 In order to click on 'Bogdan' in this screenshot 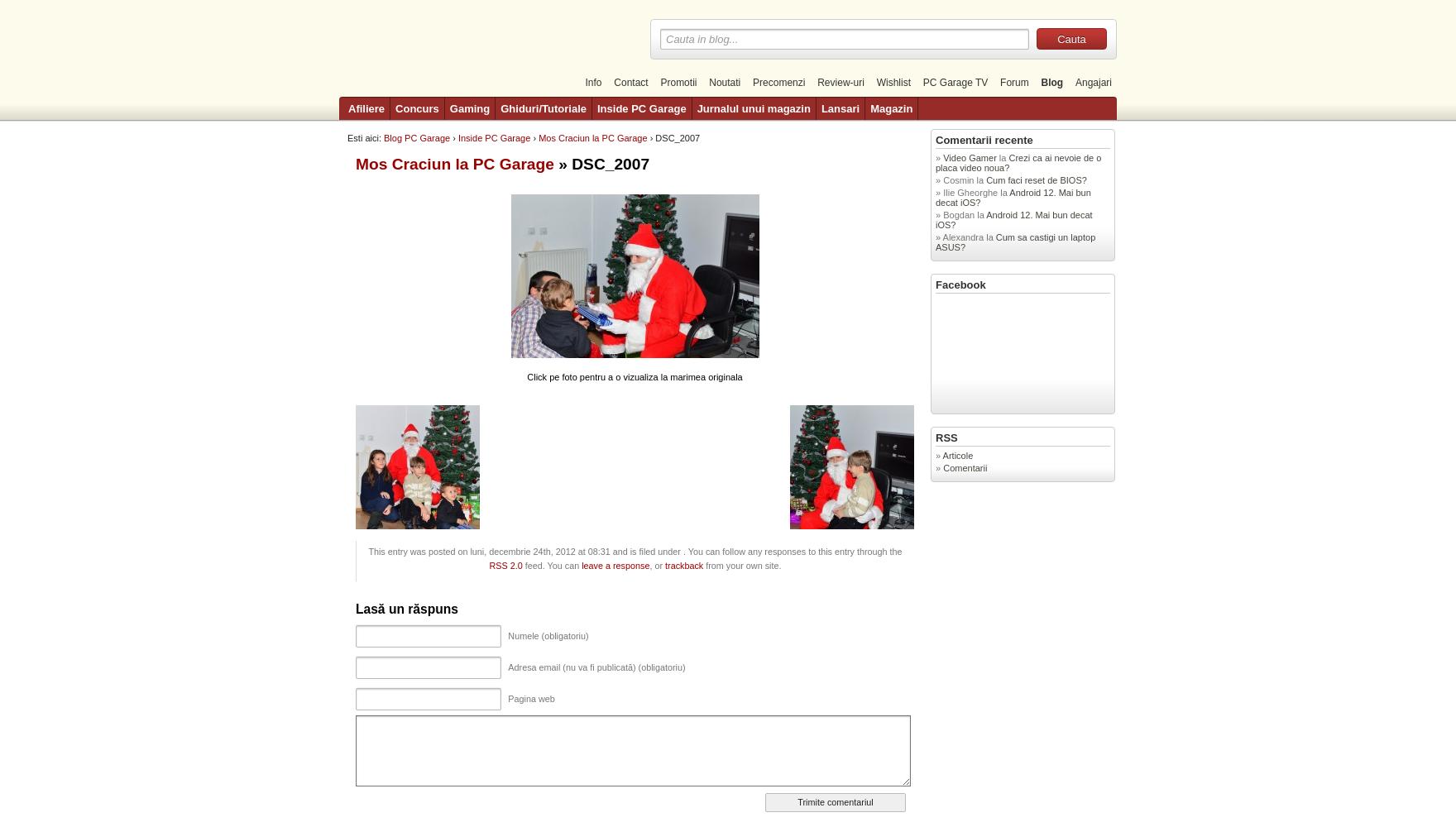, I will do `click(957, 215)`.